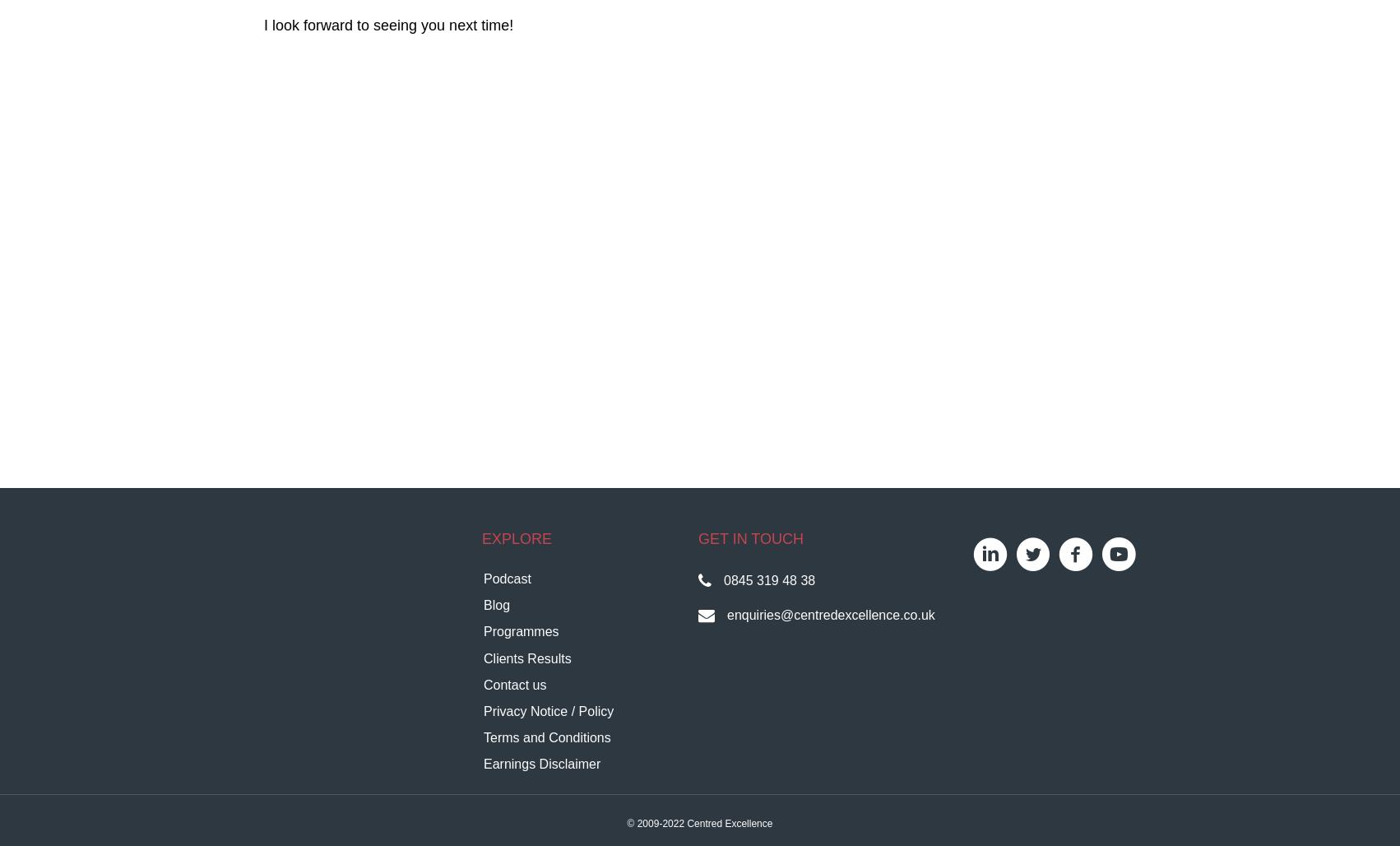 This screenshot has height=846, width=1400. I want to click on 'Podcast', so click(507, 579).